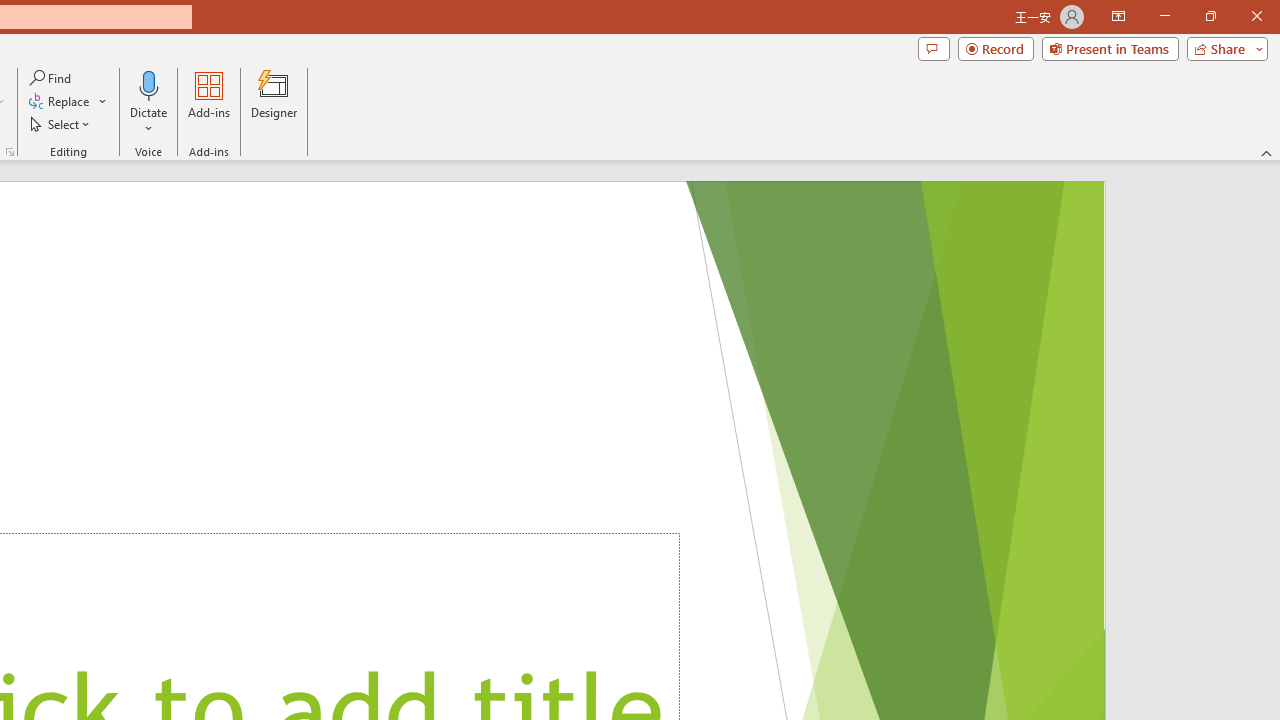 Image resolution: width=1280 pixels, height=720 pixels. Describe the element at coordinates (932, 47) in the screenshot. I see `'Comments'` at that location.